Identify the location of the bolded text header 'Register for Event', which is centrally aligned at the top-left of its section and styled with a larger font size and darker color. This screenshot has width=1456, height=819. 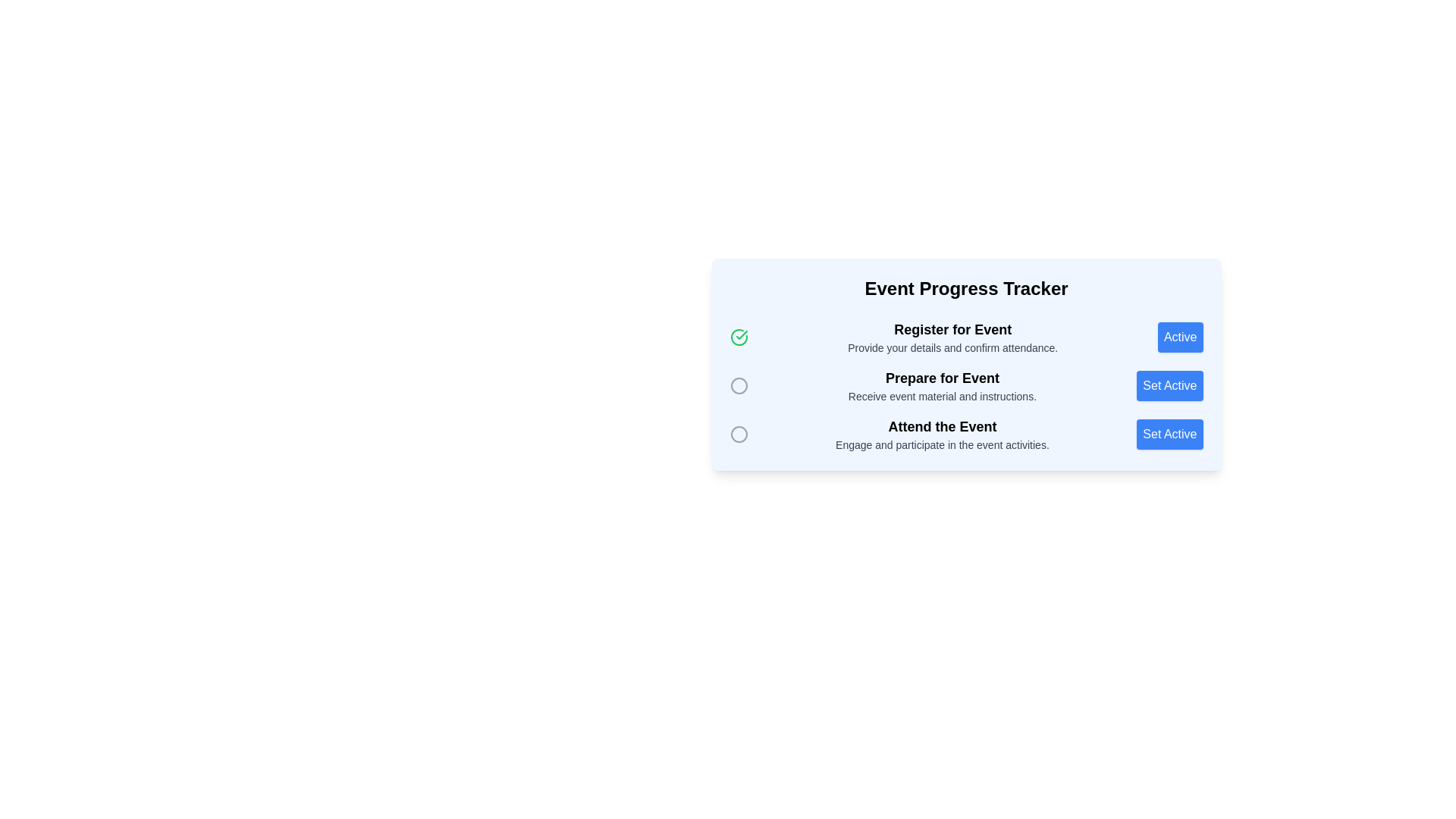
(952, 329).